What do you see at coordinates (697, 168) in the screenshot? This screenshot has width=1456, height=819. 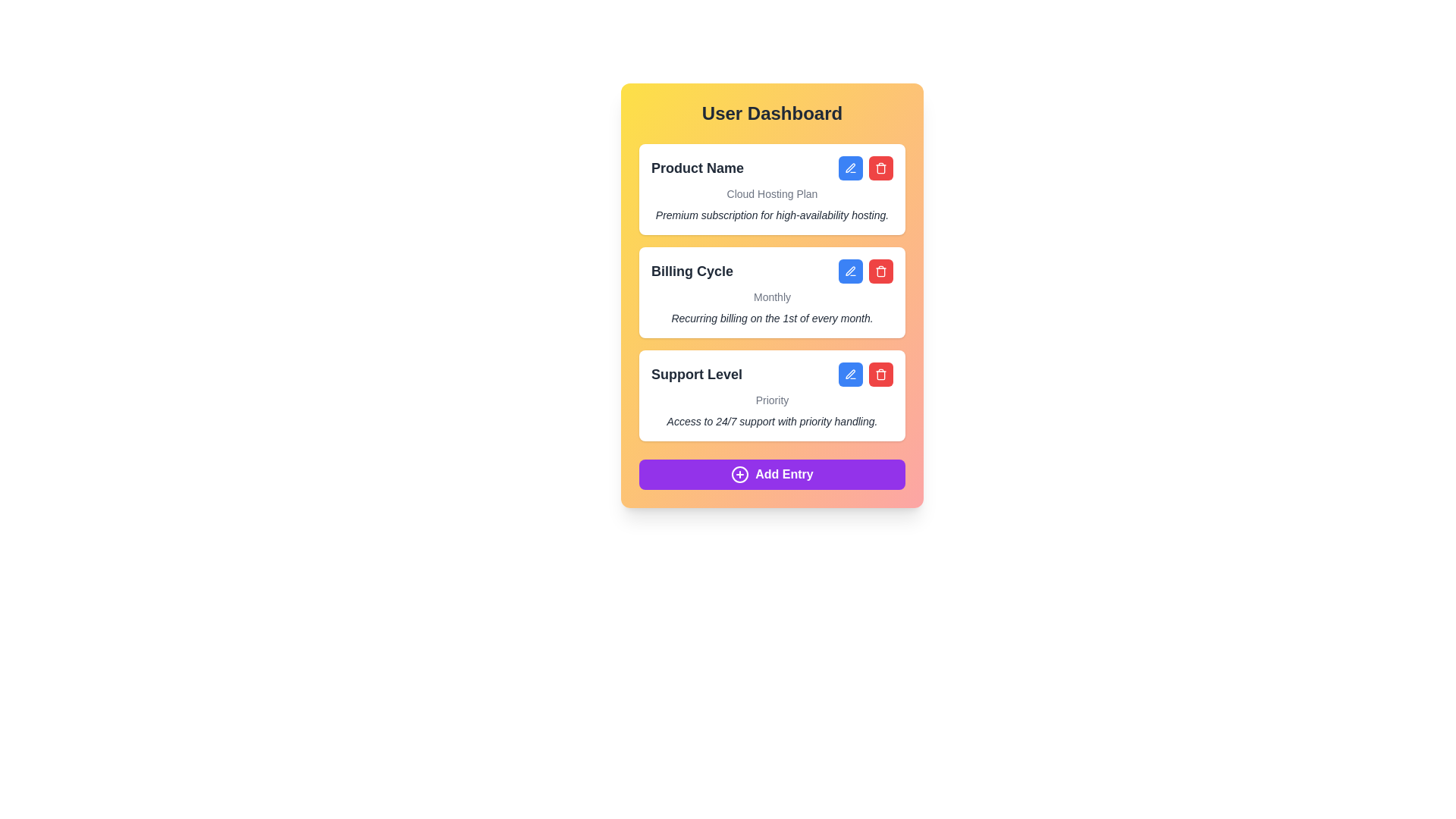 I see `the bold, large text label displaying 'Product Name', located at the top left corner of the card section` at bounding box center [697, 168].